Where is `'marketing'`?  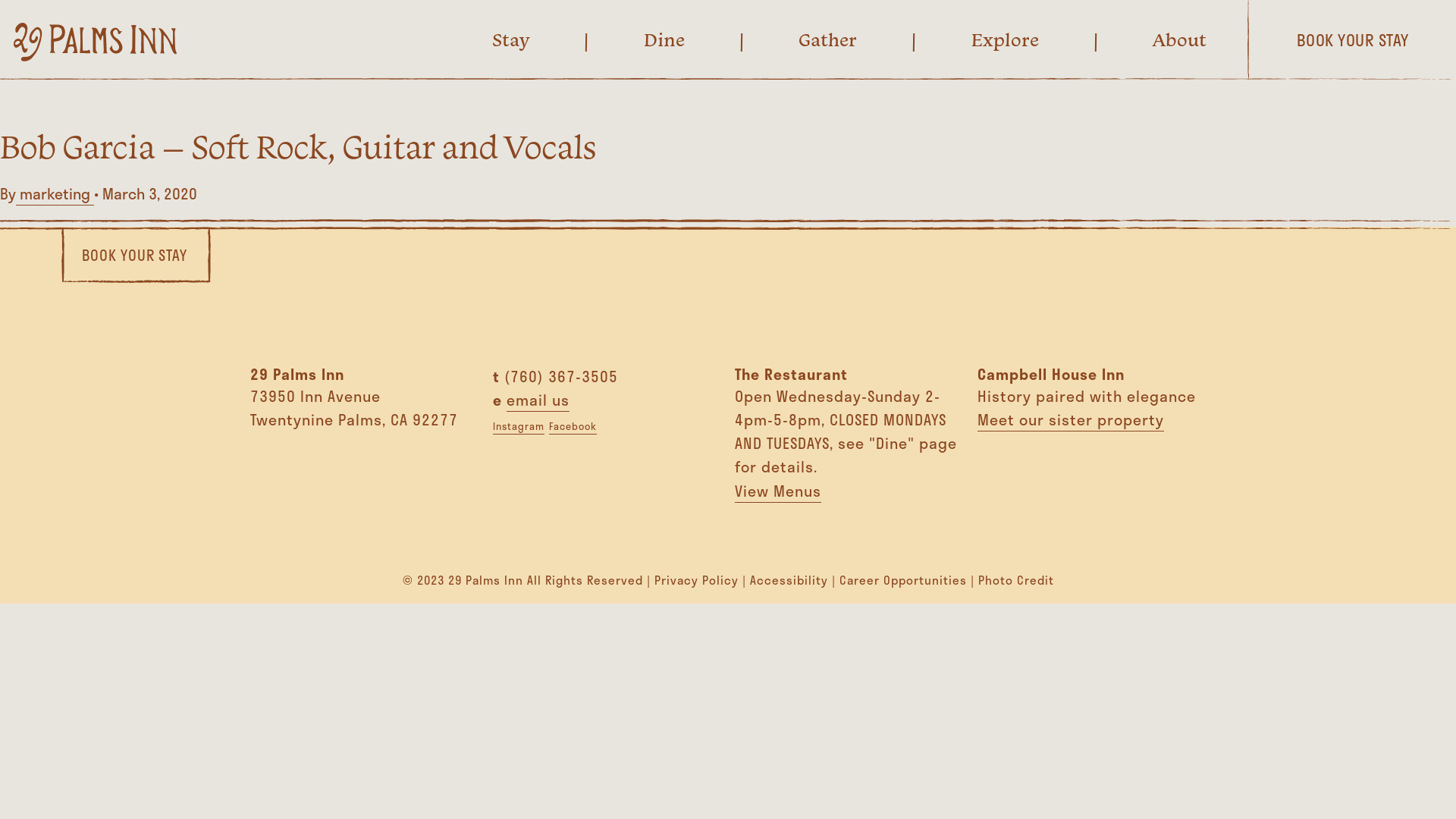 'marketing' is located at coordinates (55, 193).